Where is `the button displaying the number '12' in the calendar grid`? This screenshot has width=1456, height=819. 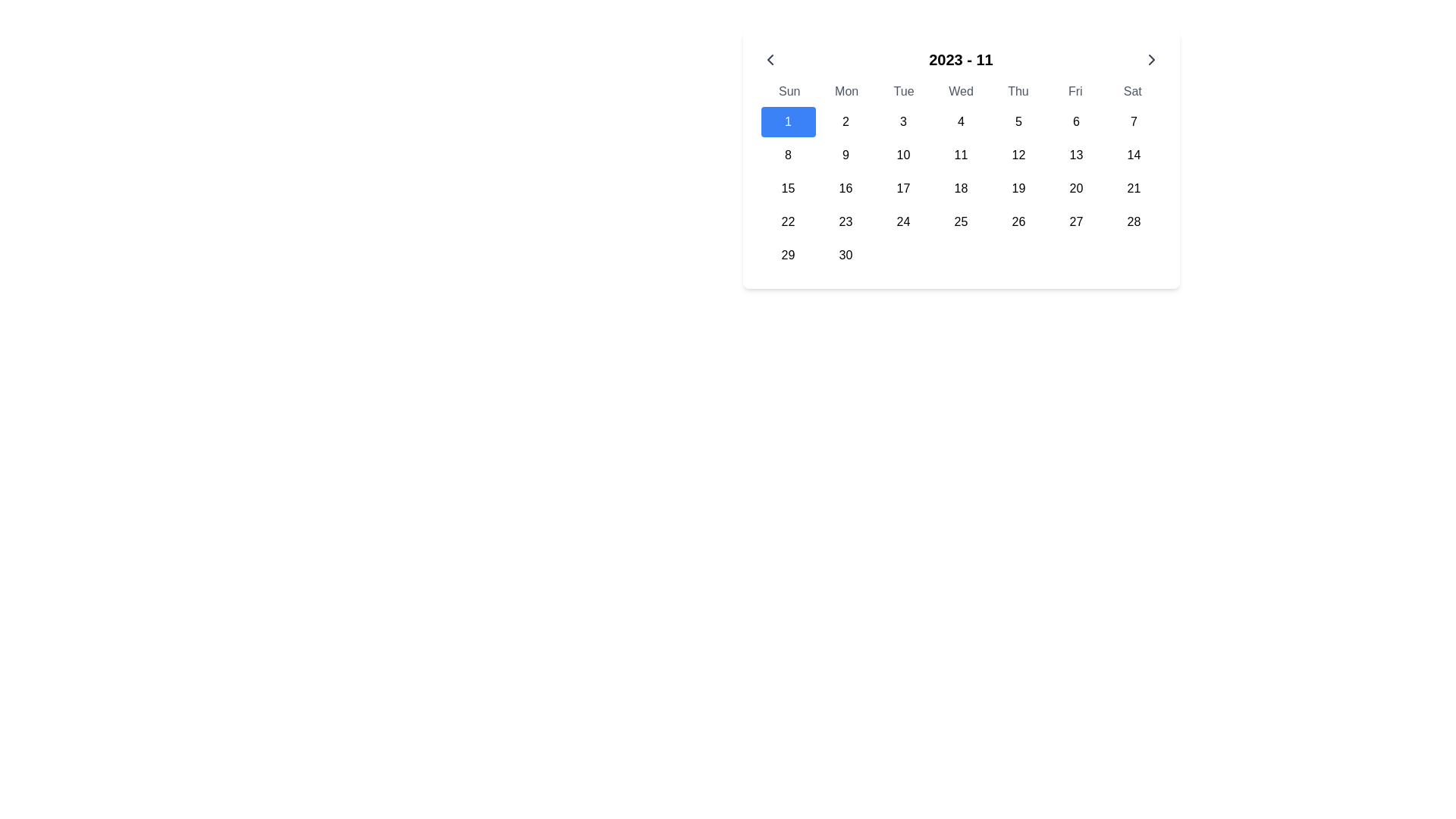 the button displaying the number '12' in the calendar grid is located at coordinates (1018, 155).